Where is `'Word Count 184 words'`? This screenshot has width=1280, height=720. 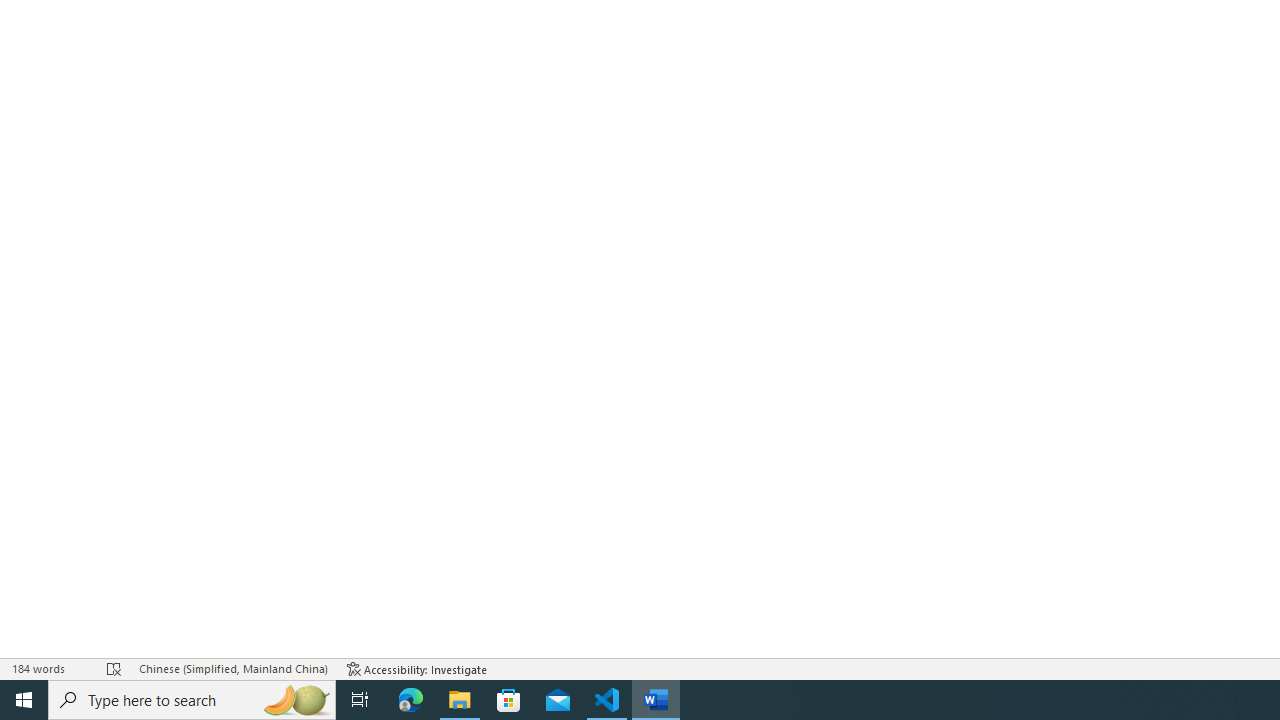 'Word Count 184 words' is located at coordinates (49, 669).